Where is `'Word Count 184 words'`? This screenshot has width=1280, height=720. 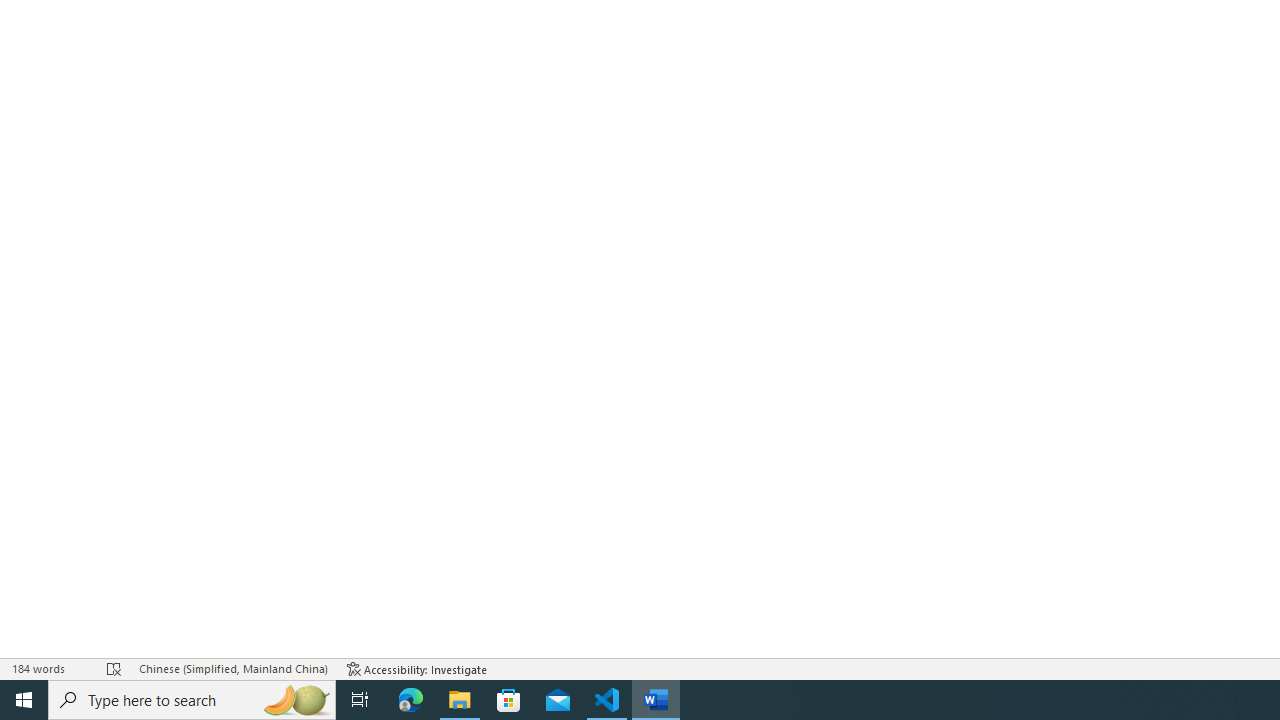 'Word Count 184 words' is located at coordinates (49, 669).